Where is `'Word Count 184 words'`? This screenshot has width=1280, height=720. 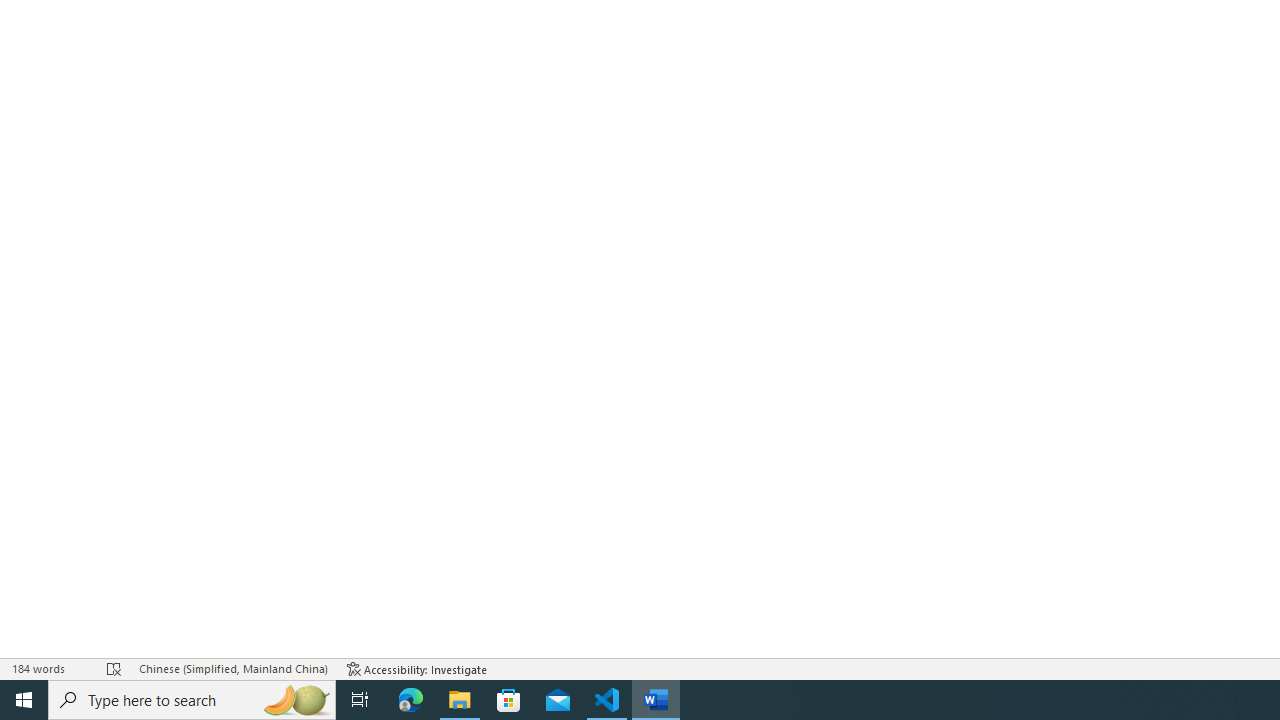 'Word Count 184 words' is located at coordinates (49, 669).